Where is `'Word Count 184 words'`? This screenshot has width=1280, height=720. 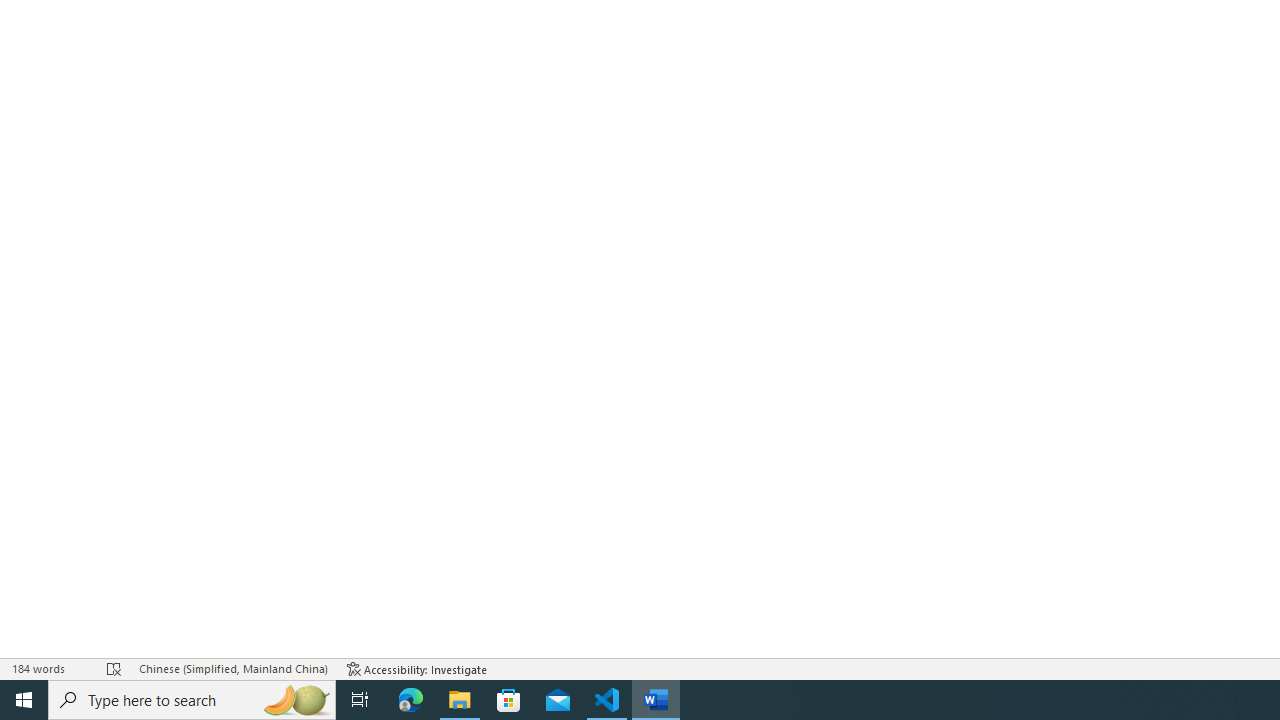 'Word Count 184 words' is located at coordinates (49, 669).